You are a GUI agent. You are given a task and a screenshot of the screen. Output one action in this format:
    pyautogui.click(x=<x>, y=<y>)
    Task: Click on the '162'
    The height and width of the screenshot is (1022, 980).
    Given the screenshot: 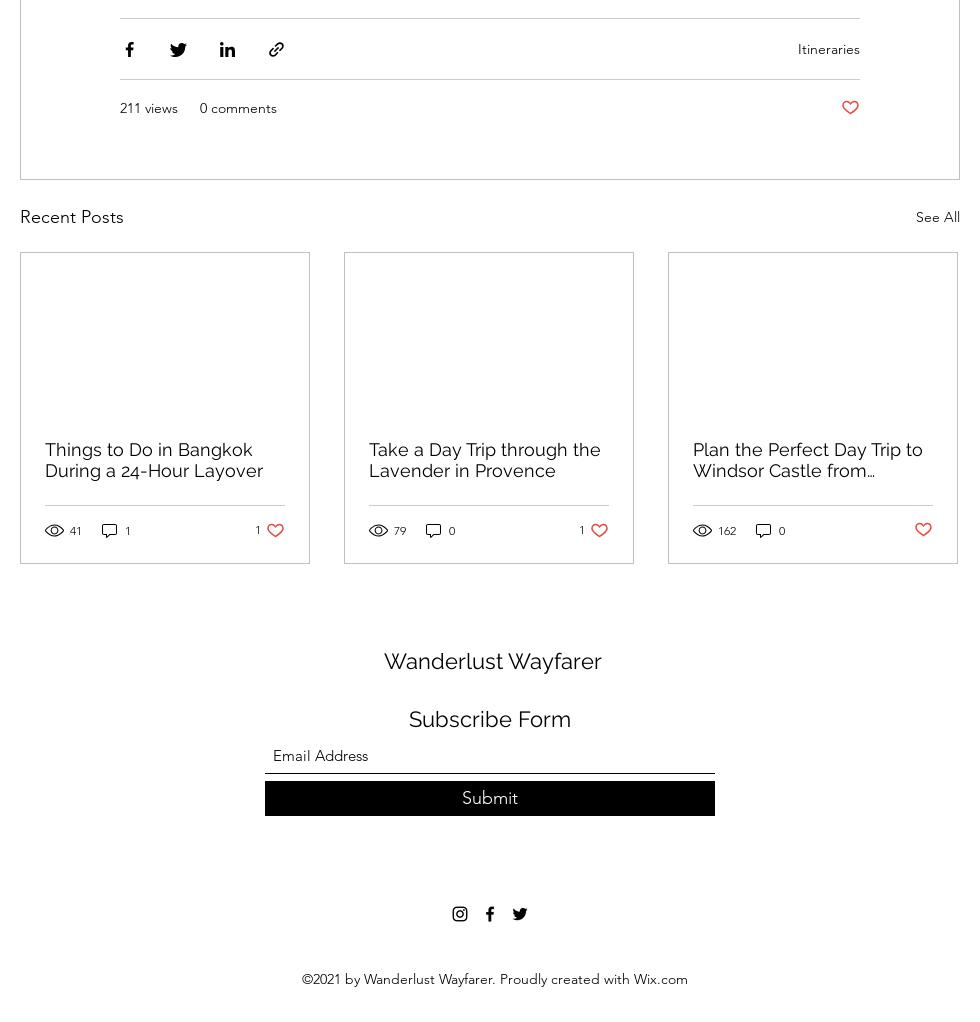 What is the action you would take?
    pyautogui.click(x=726, y=528)
    